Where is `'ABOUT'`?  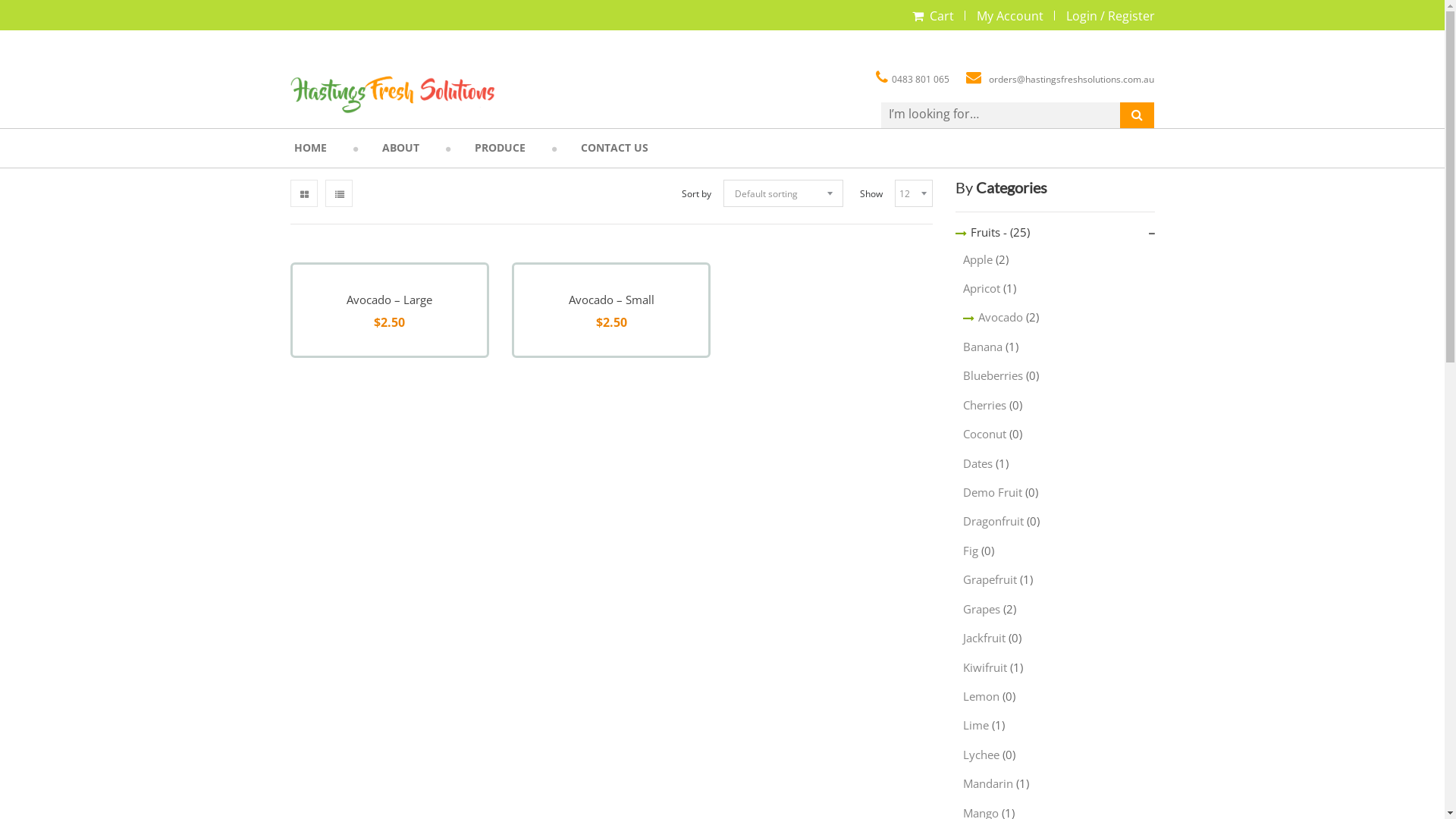 'ABOUT' is located at coordinates (378, 148).